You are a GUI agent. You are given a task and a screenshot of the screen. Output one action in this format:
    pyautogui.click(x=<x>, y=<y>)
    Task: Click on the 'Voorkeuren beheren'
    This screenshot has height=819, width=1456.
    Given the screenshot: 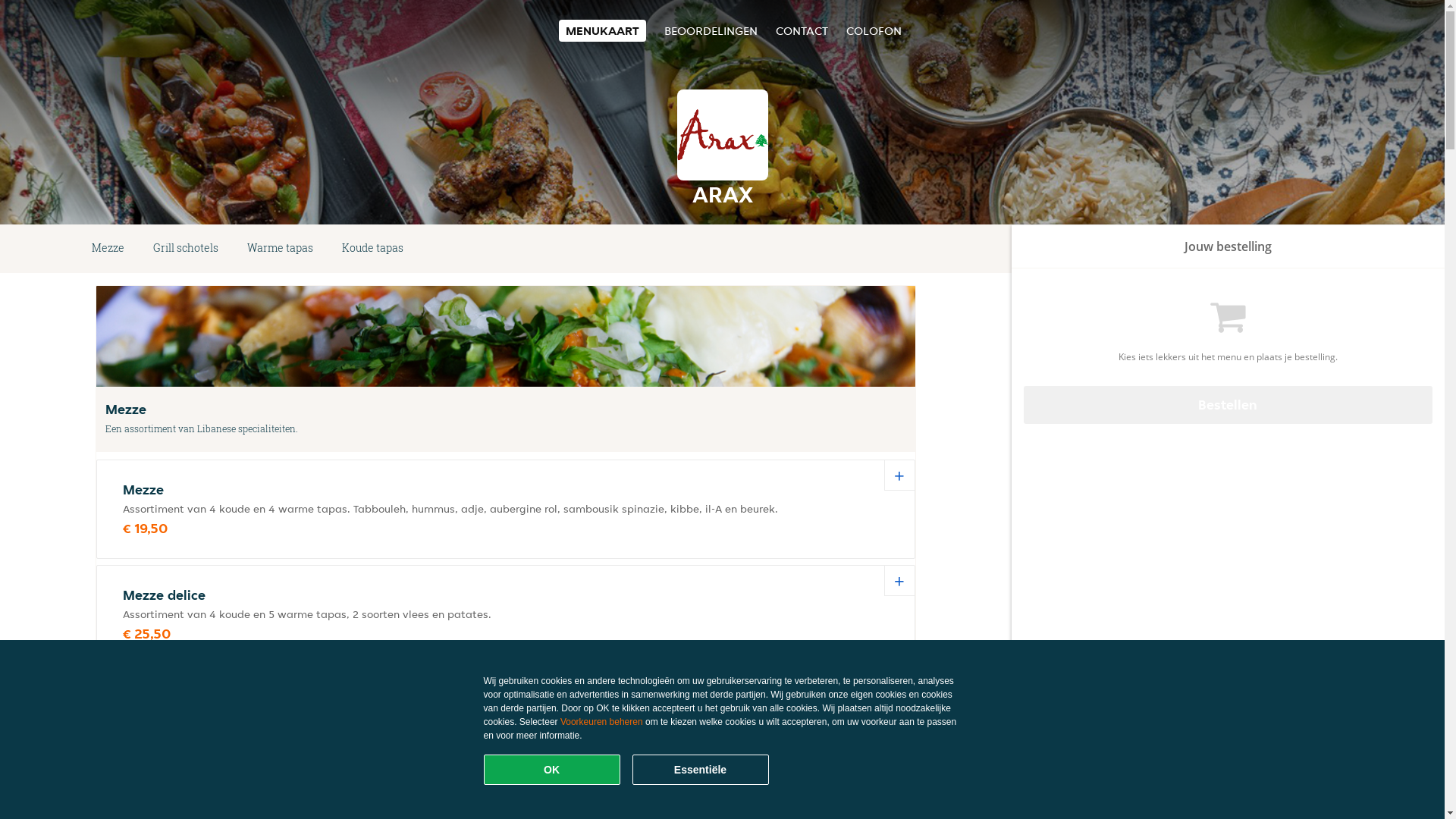 What is the action you would take?
    pyautogui.click(x=601, y=721)
    